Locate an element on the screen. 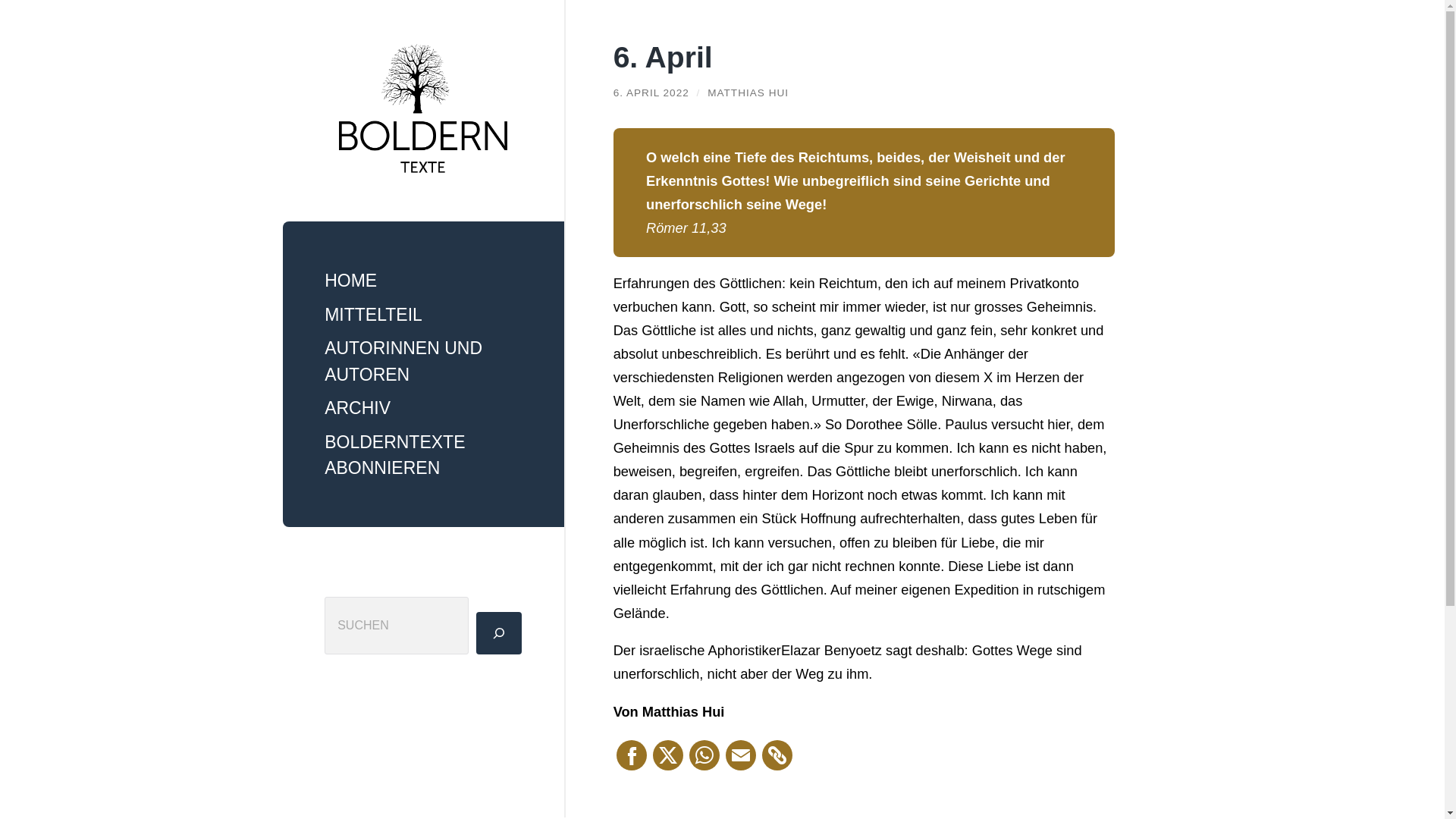  '6. APRIL 2022' is located at coordinates (651, 93).